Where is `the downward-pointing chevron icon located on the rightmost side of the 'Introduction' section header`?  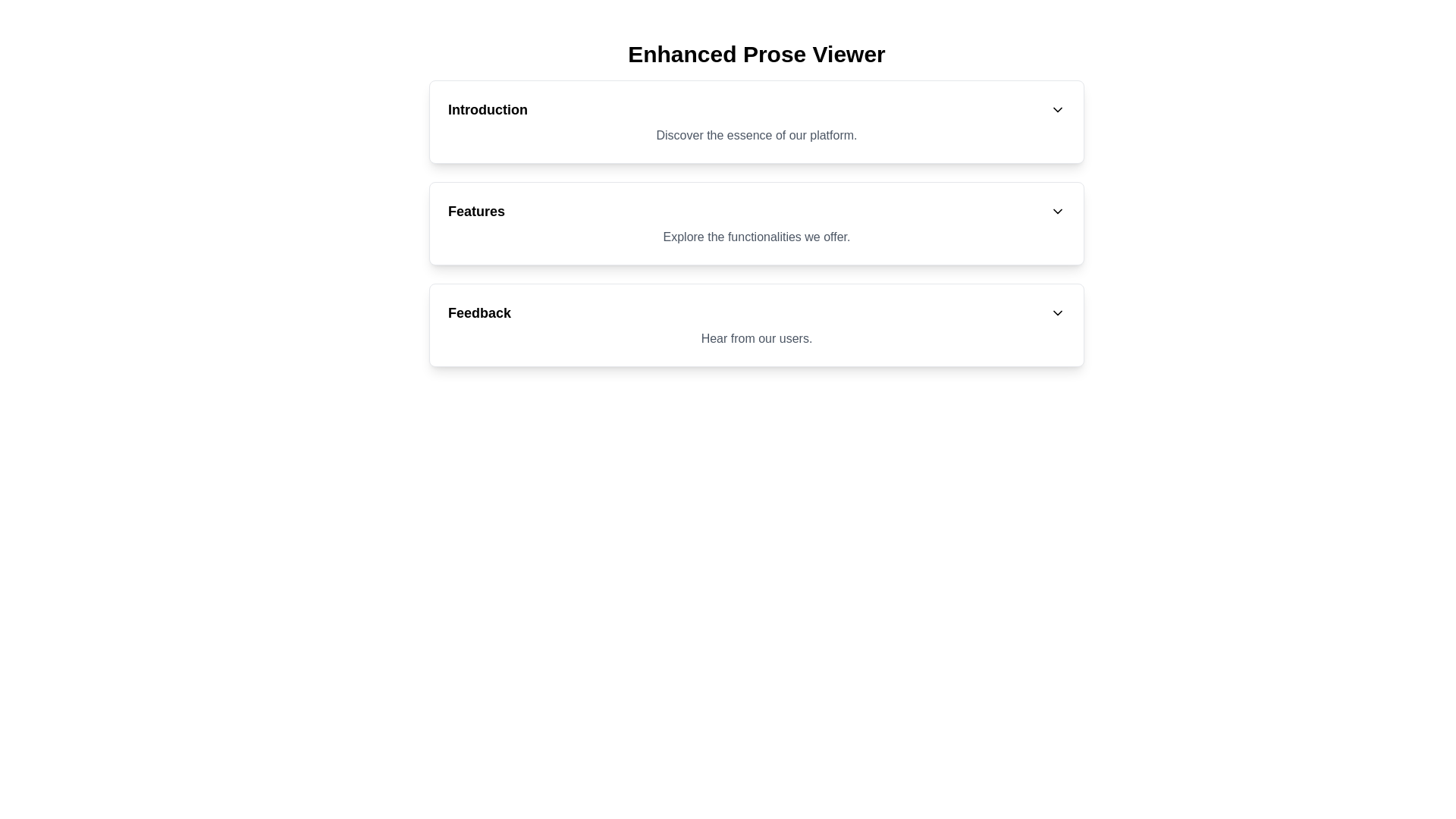
the downward-pointing chevron icon located on the rightmost side of the 'Introduction' section header is located at coordinates (1057, 109).